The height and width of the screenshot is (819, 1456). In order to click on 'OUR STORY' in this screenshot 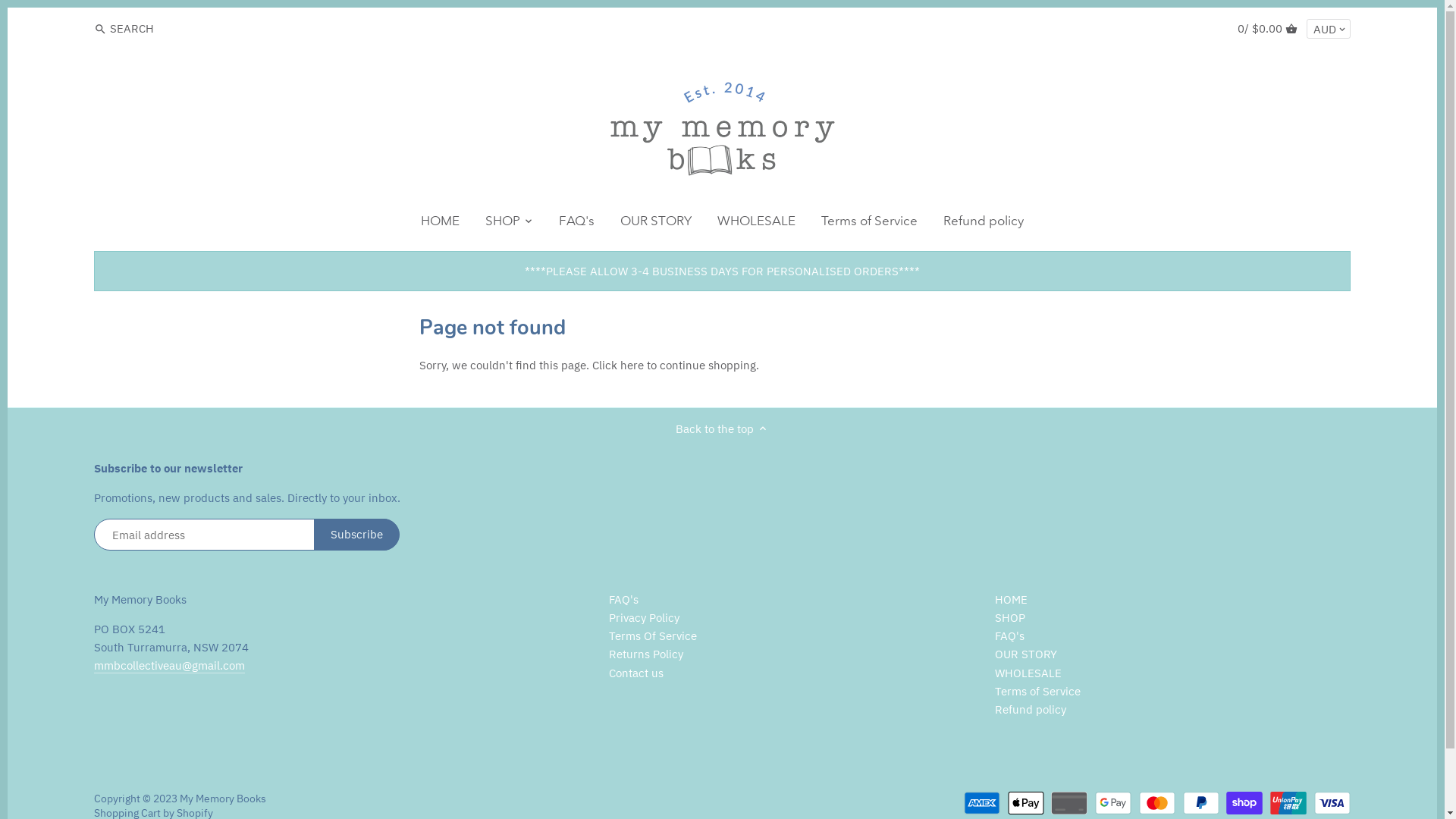, I will do `click(607, 223)`.